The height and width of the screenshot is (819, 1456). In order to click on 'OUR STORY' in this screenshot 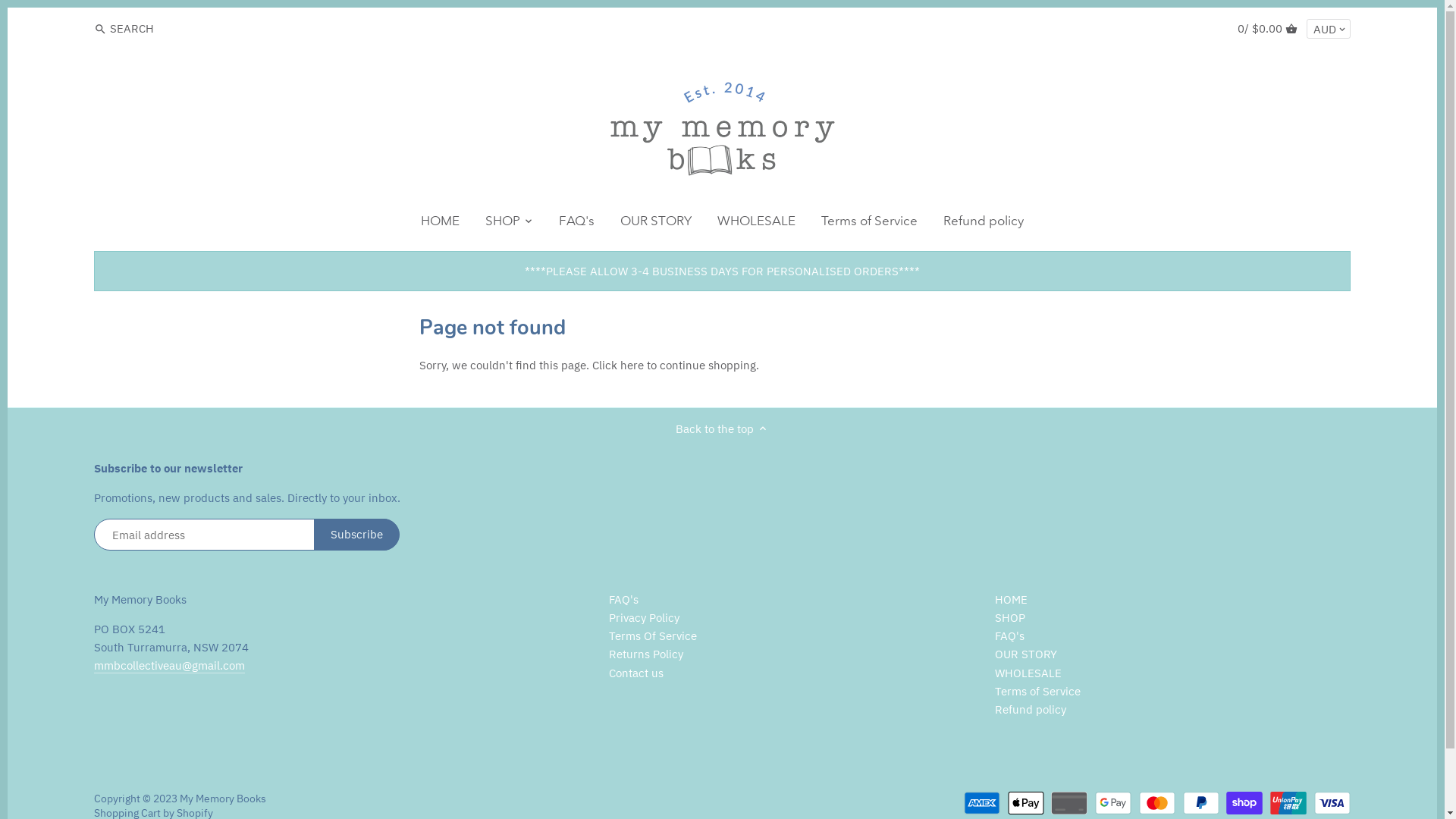, I will do `click(607, 223)`.